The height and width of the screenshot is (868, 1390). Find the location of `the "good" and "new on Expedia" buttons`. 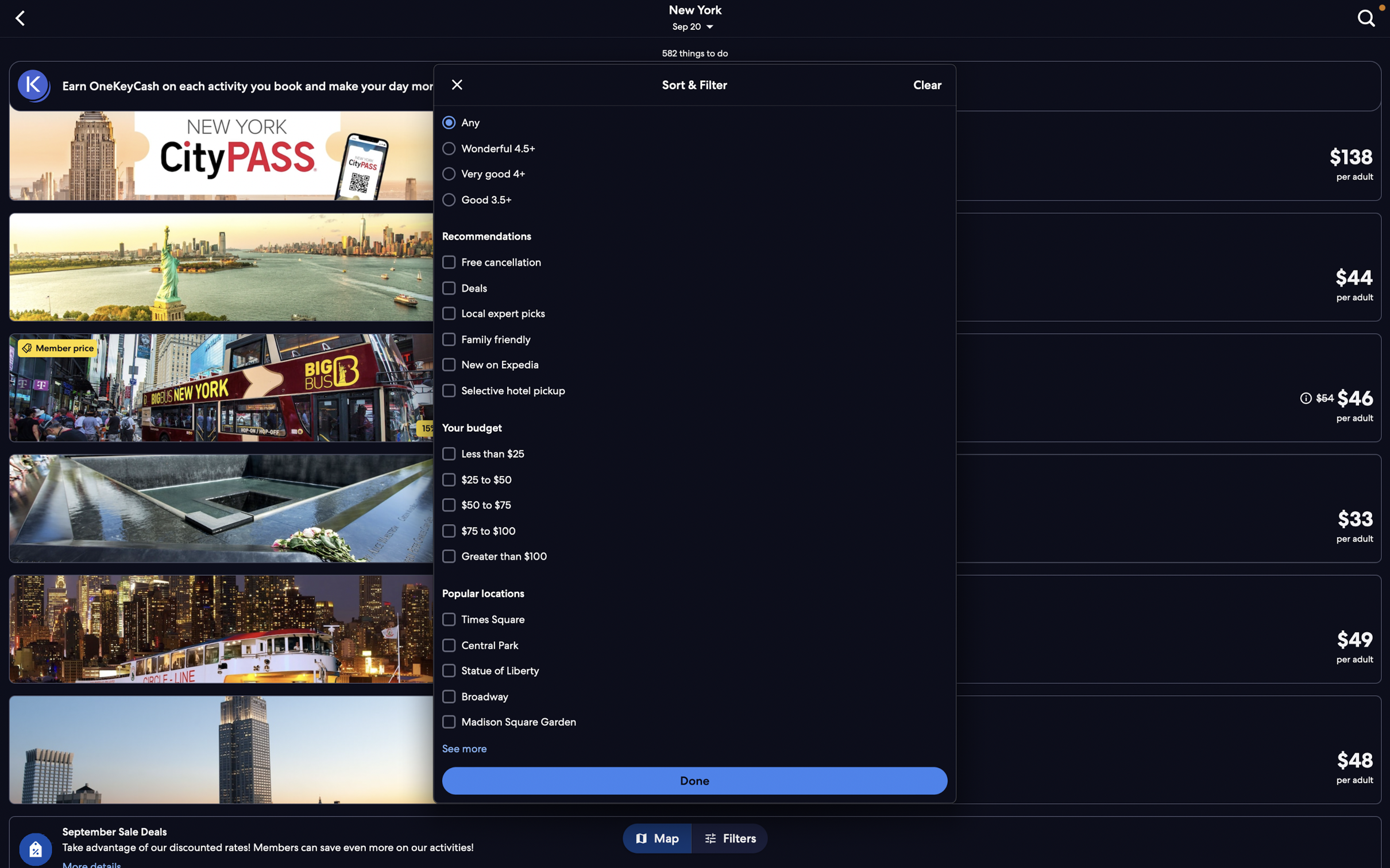

the "good" and "new on Expedia" buttons is located at coordinates (692, 198).